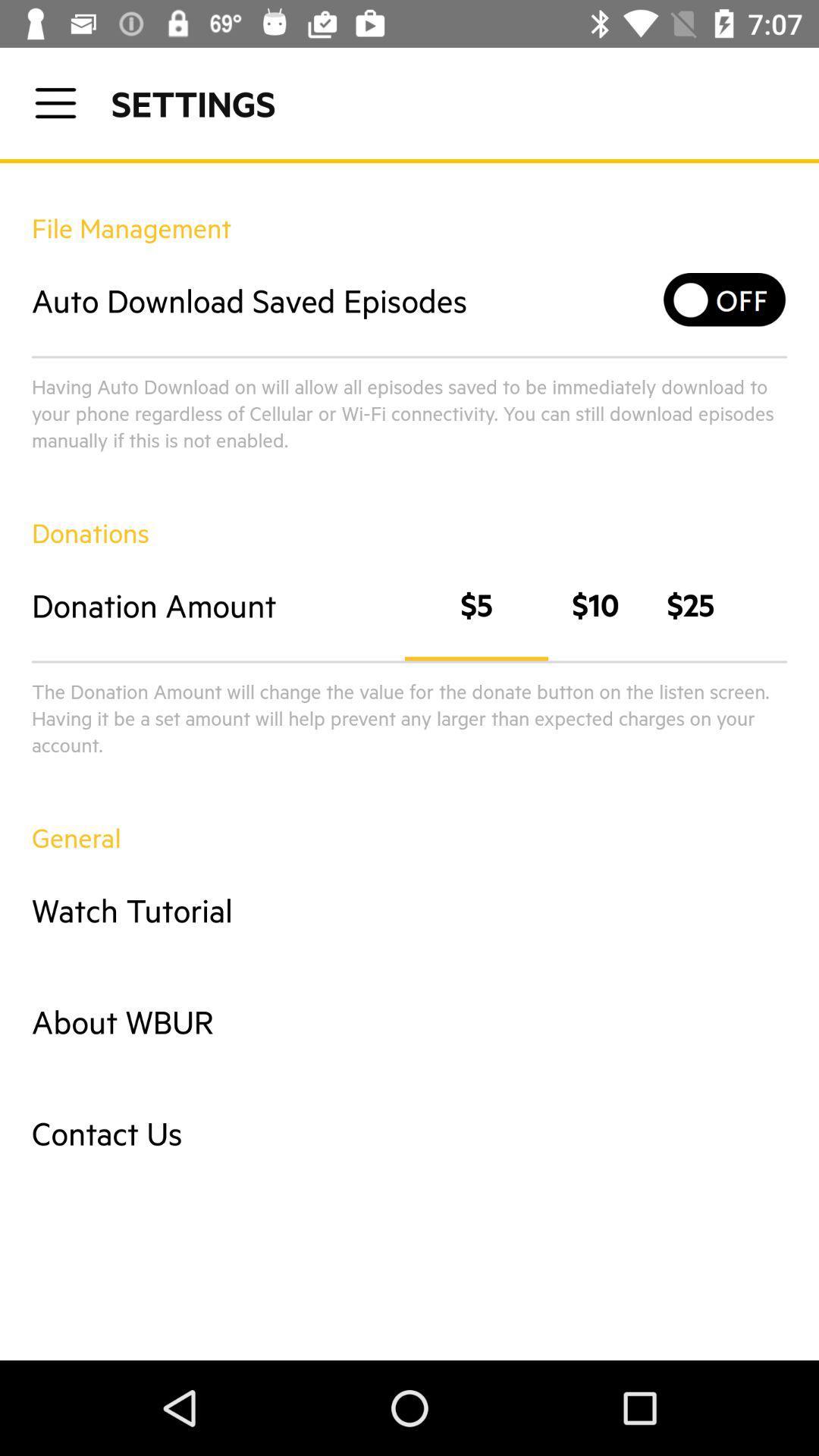 This screenshot has height=1456, width=819. Describe the element at coordinates (409, 1021) in the screenshot. I see `icon above the contact us` at that location.